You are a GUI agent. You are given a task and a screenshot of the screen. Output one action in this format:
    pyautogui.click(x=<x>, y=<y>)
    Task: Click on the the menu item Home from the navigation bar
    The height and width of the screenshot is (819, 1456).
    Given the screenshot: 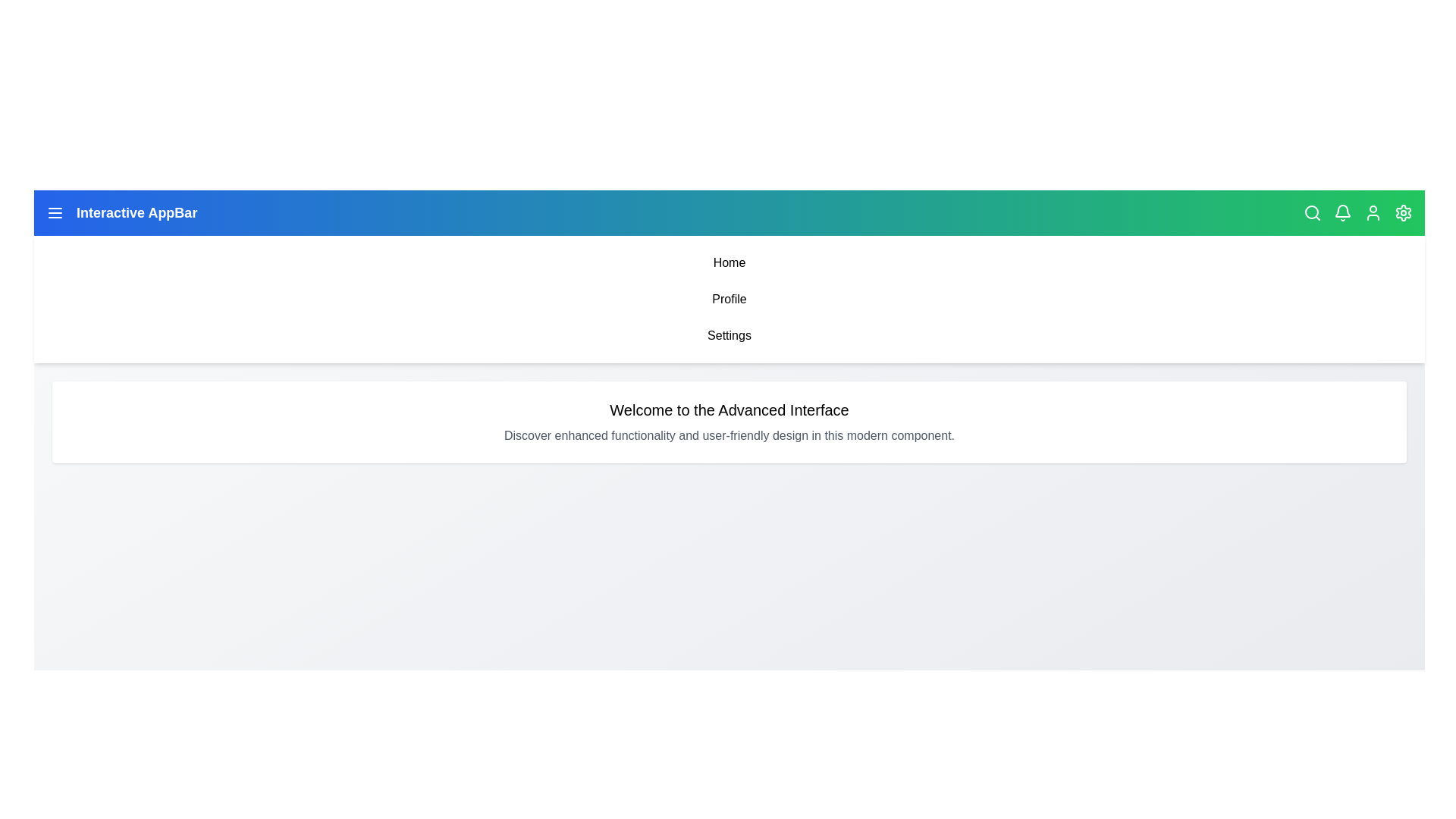 What is the action you would take?
    pyautogui.click(x=729, y=262)
    